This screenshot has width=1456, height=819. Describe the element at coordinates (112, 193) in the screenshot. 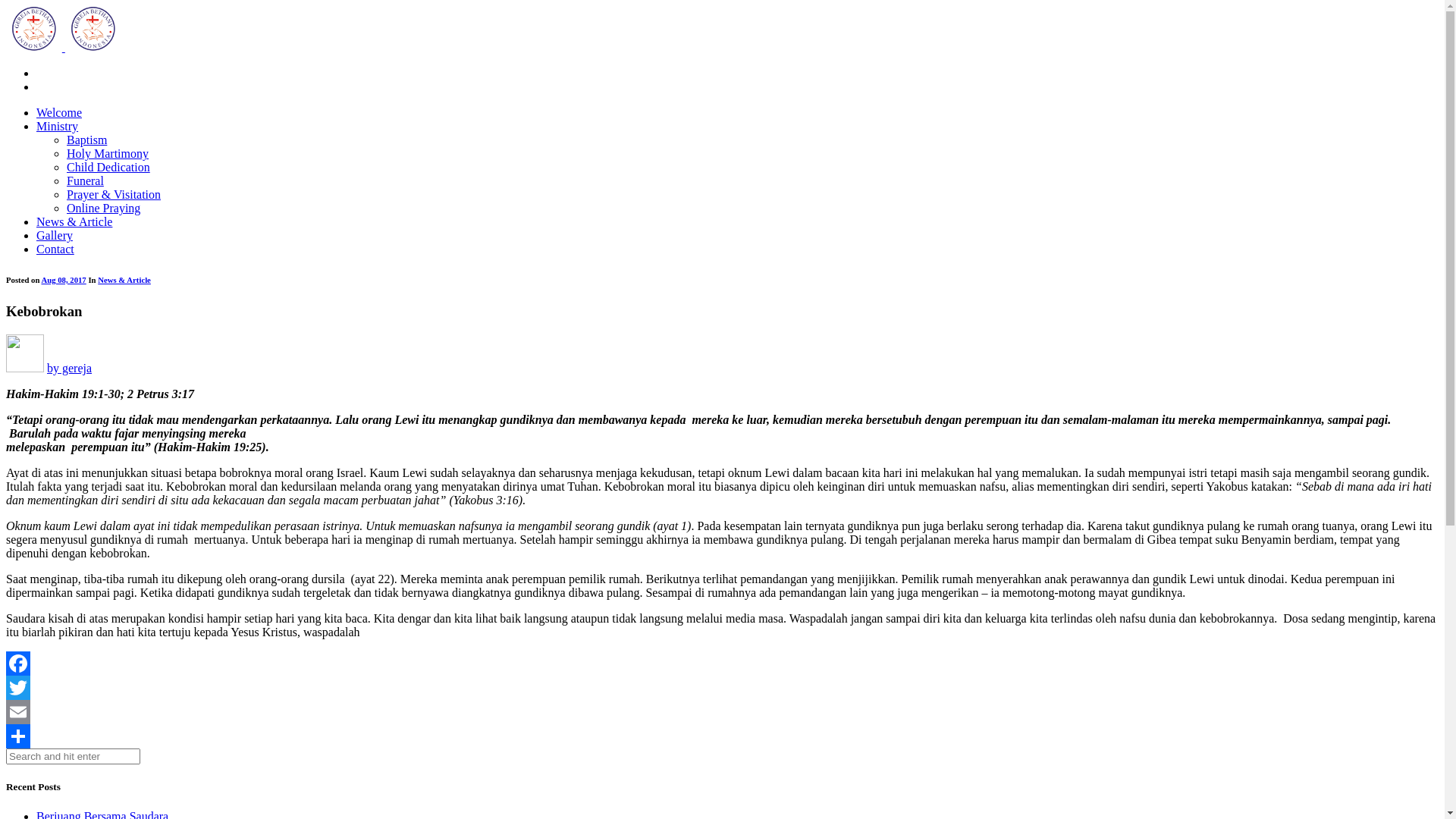

I see `'Prayer & Visitation'` at that location.